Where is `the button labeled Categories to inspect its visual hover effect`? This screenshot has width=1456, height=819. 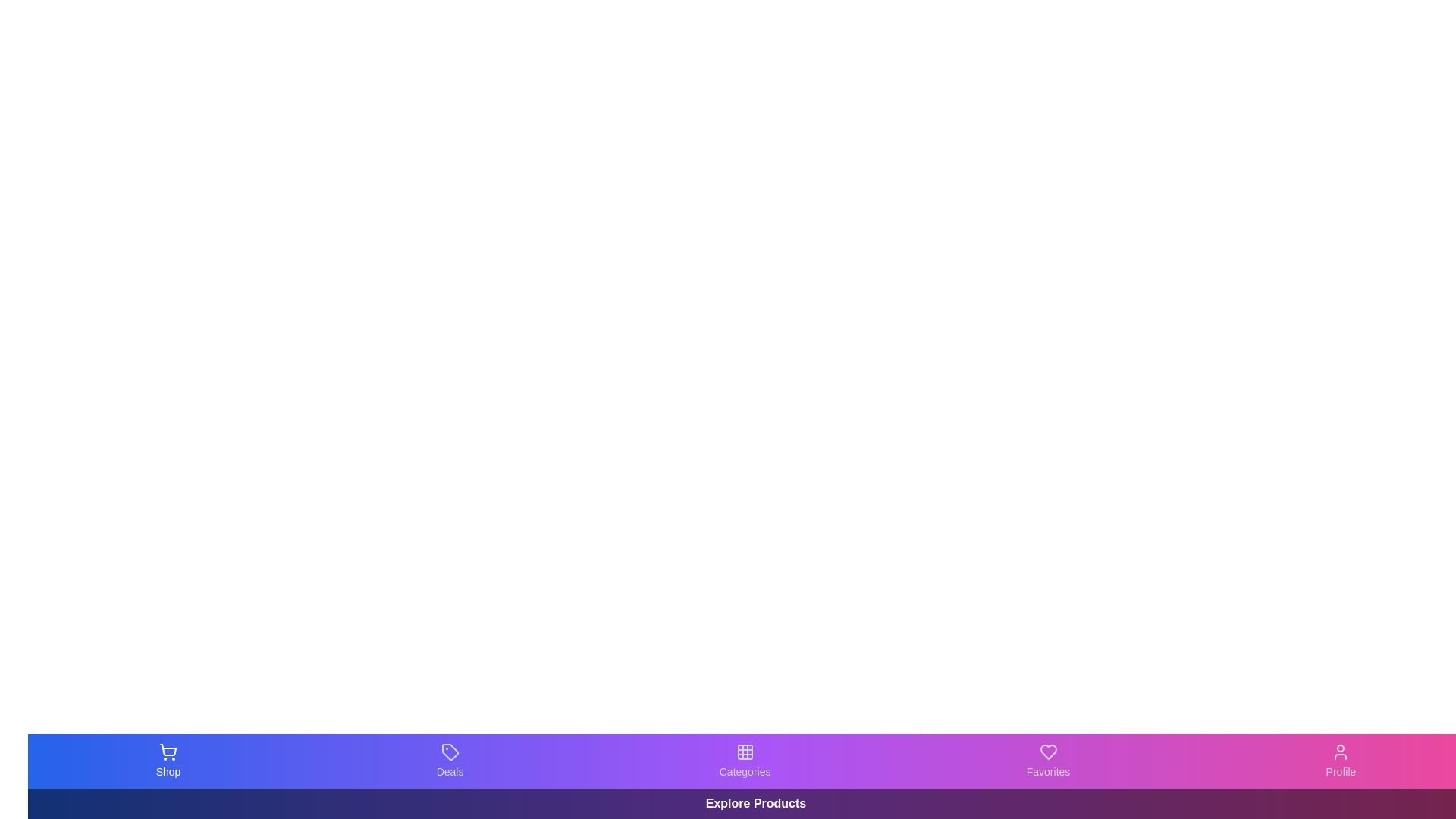 the button labeled Categories to inspect its visual hover effect is located at coordinates (745, 761).